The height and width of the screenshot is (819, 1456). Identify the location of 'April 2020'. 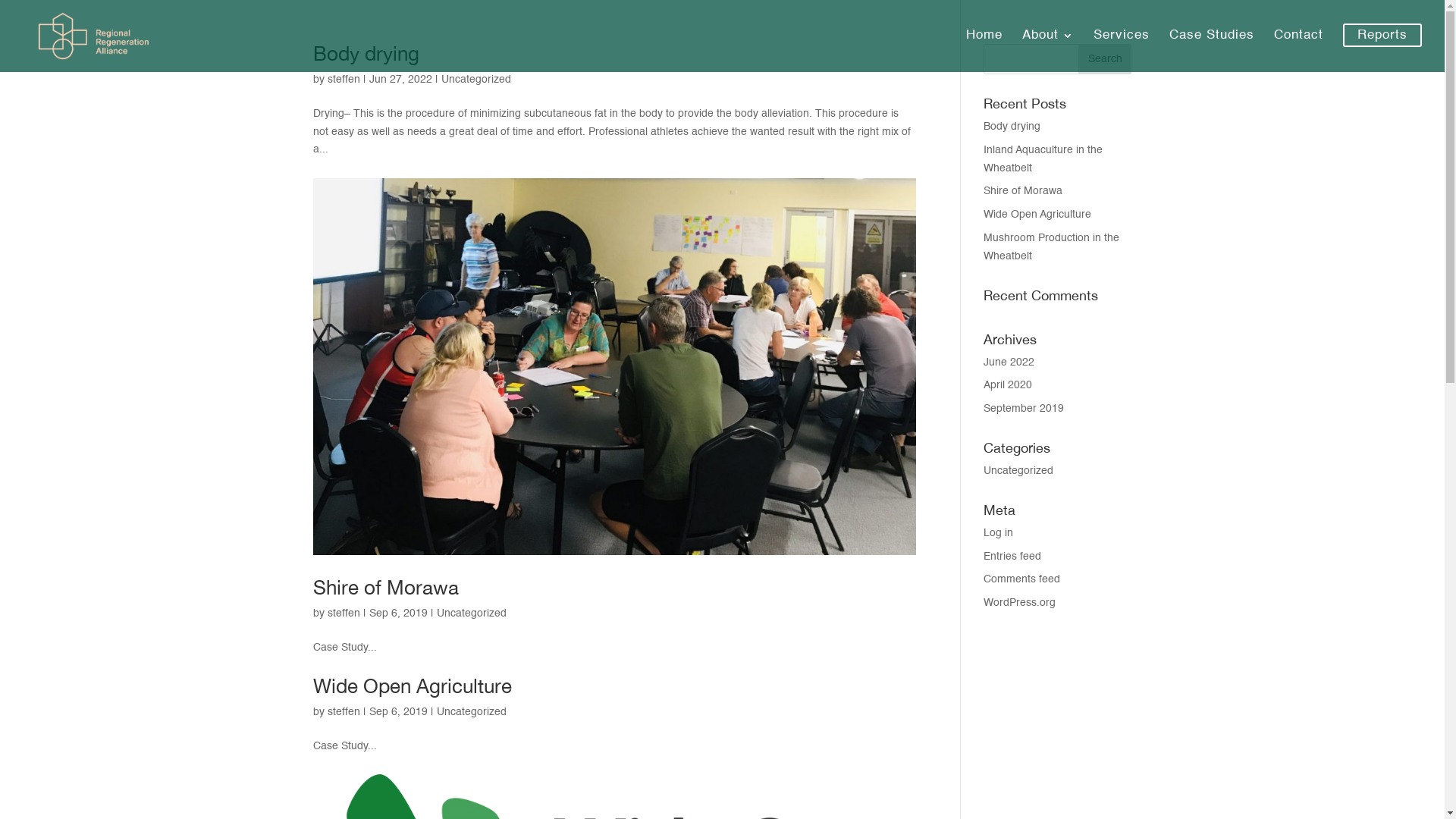
(1008, 384).